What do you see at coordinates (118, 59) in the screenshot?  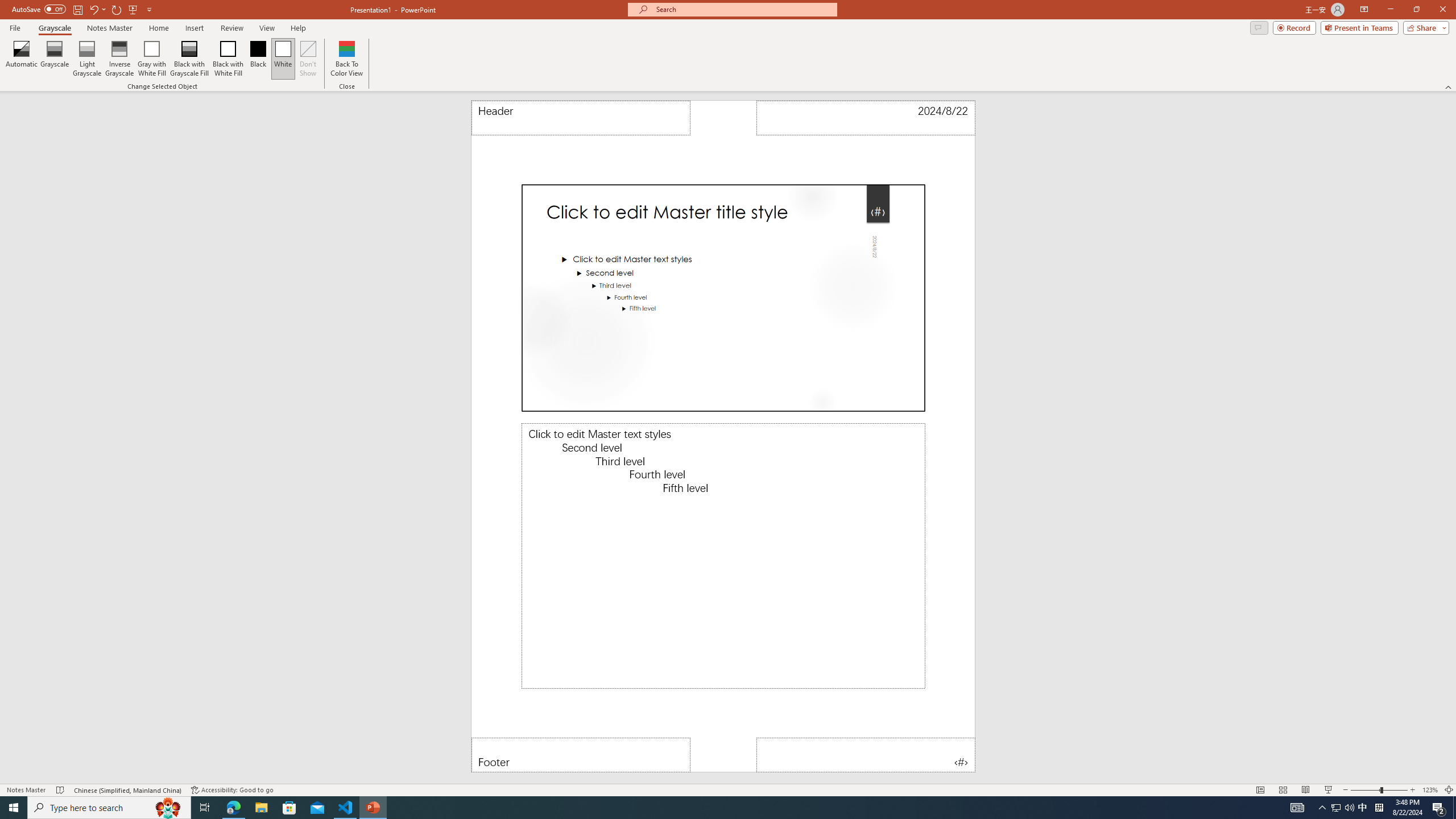 I see `'Inverse Grayscale'` at bounding box center [118, 59].